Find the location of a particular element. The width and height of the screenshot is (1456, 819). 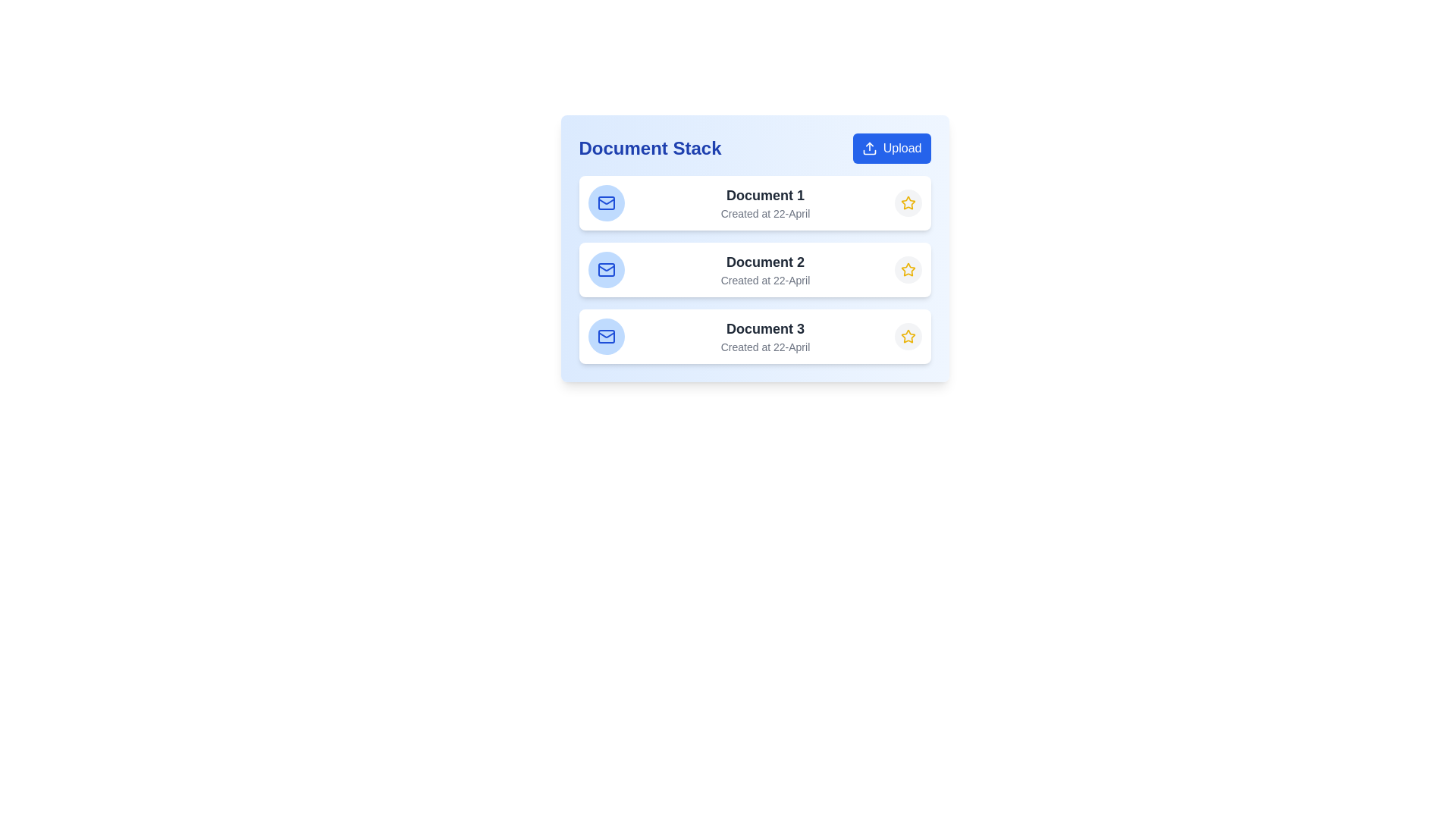

the text label indicating 'Document 2' is located at coordinates (765, 268).